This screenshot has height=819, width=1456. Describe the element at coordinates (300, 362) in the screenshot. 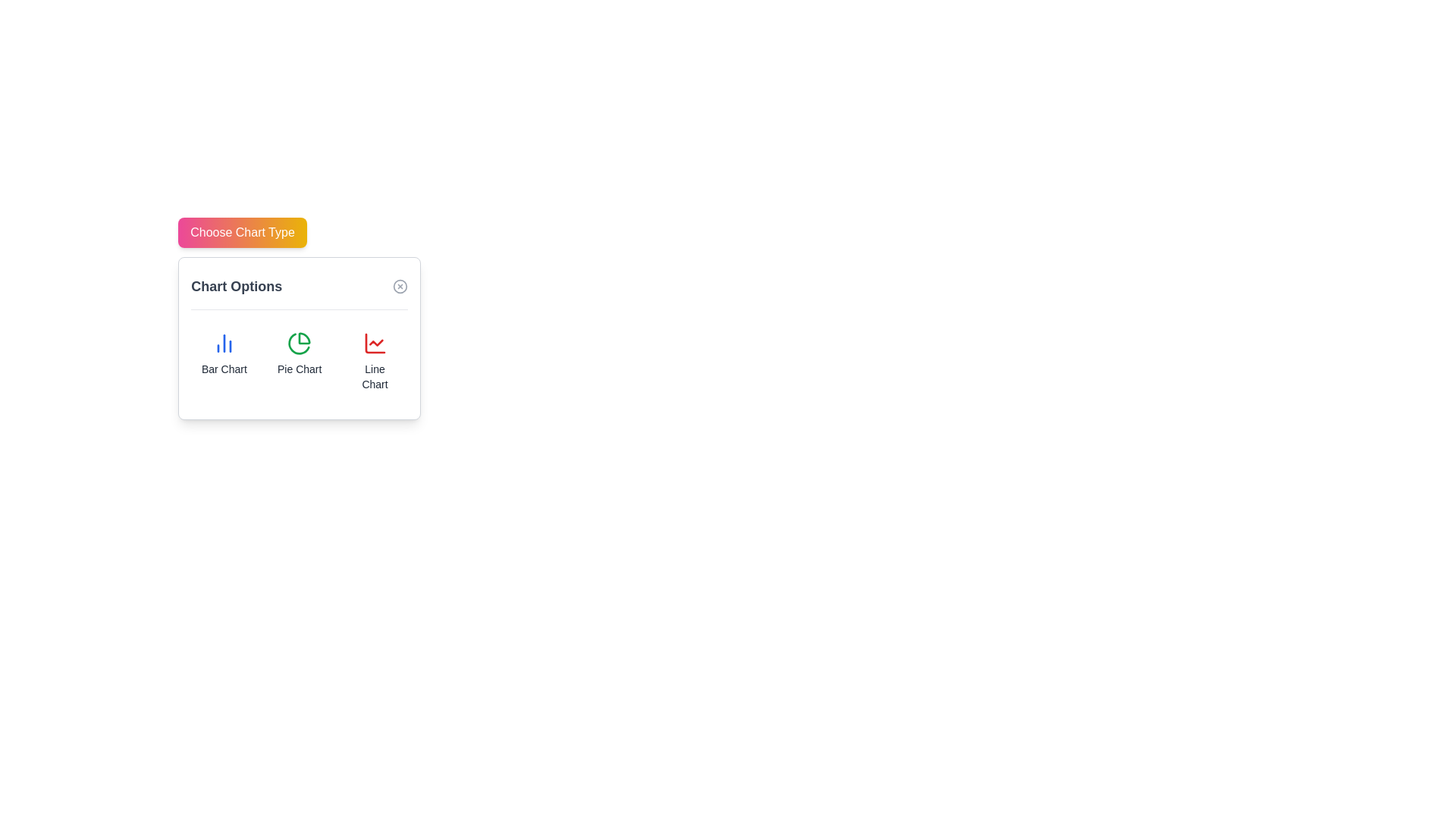

I see `the 'Pie Chart' option in the Grid of selectable options within the 'Chart Options' modal` at that location.